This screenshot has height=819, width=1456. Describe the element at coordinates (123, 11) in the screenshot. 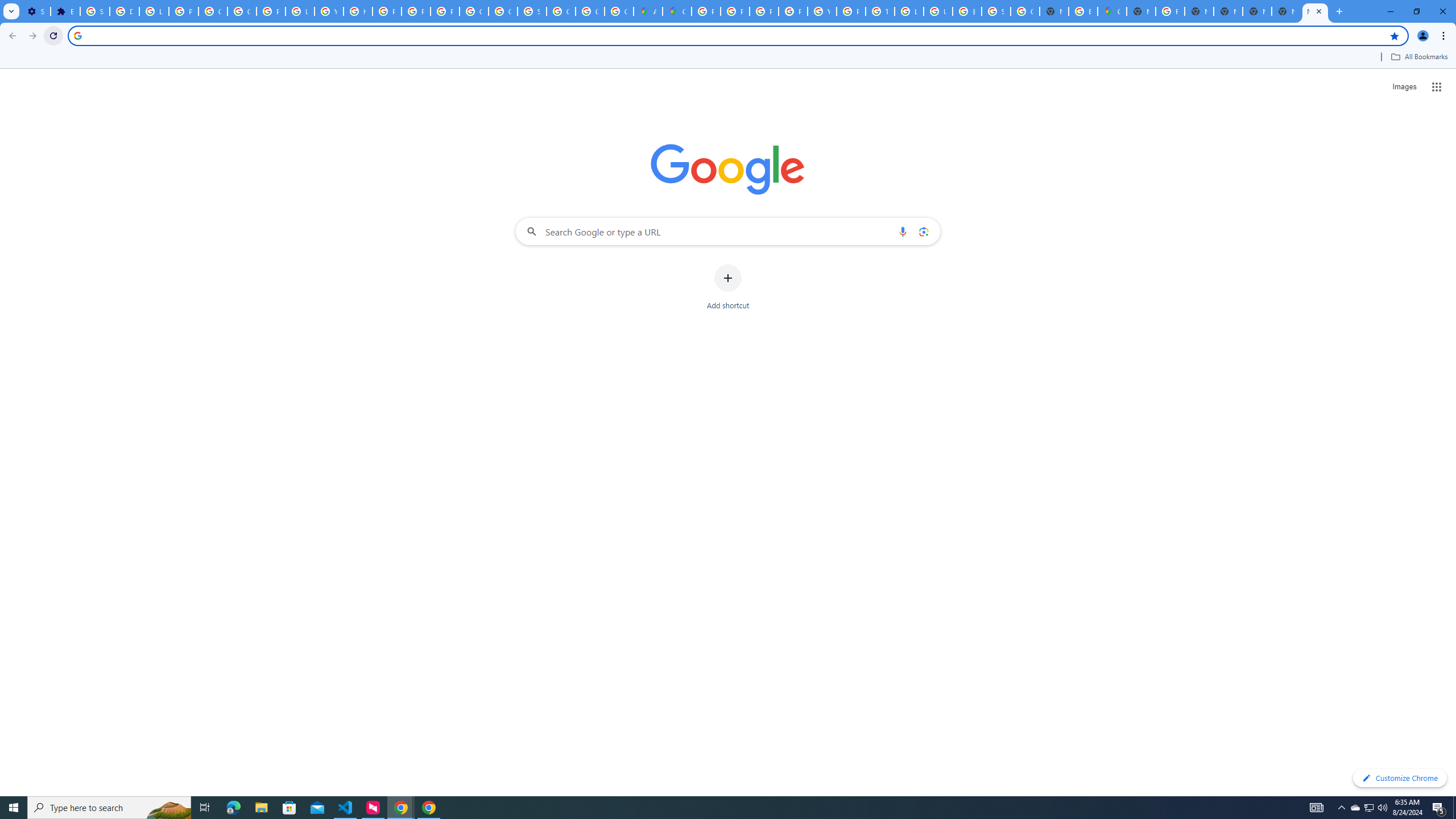

I see `'Delete photos & videos - Computer - Google Photos Help'` at that location.